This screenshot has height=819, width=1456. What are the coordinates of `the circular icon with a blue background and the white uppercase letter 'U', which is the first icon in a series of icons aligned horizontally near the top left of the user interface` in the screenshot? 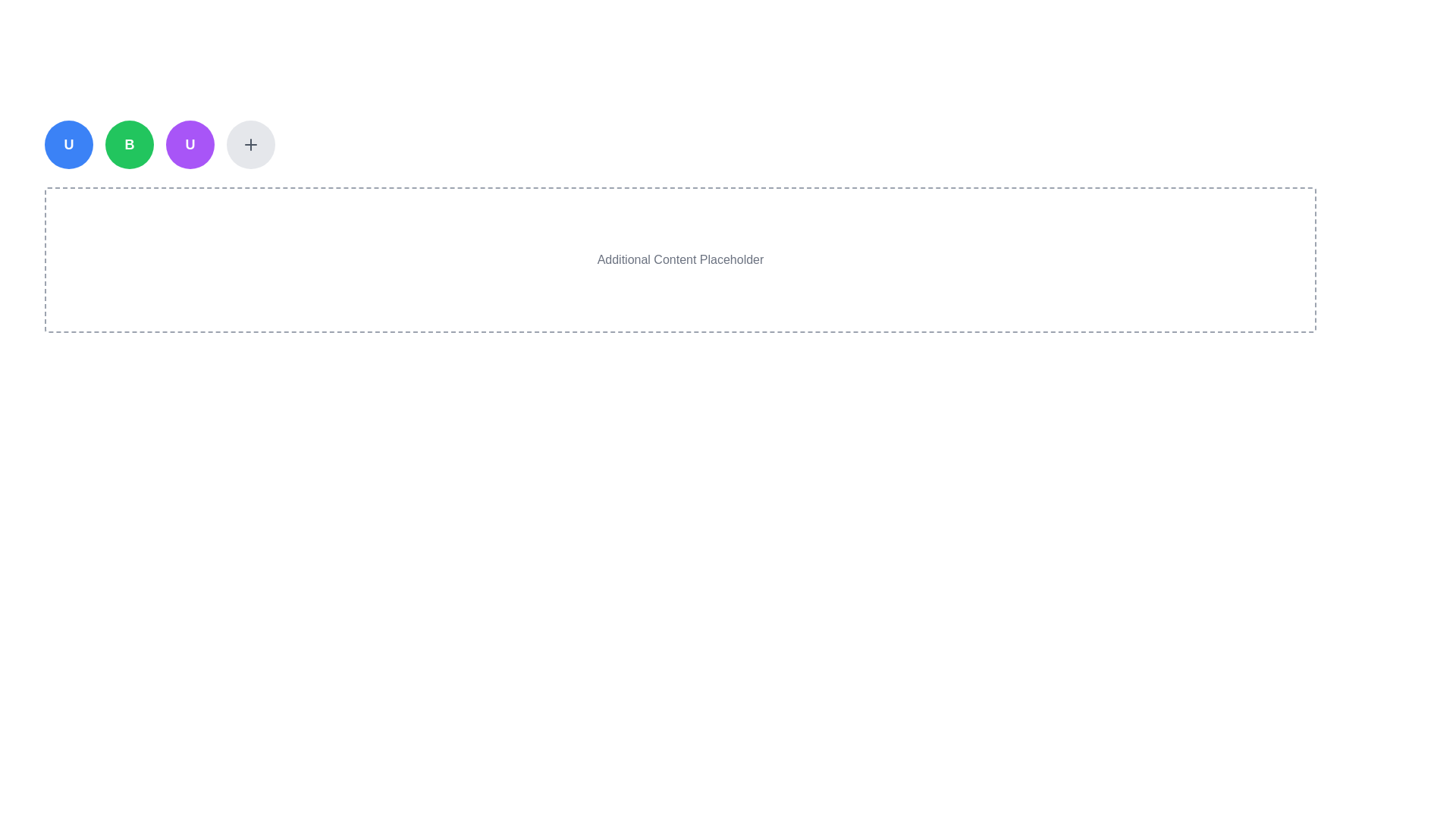 It's located at (68, 145).